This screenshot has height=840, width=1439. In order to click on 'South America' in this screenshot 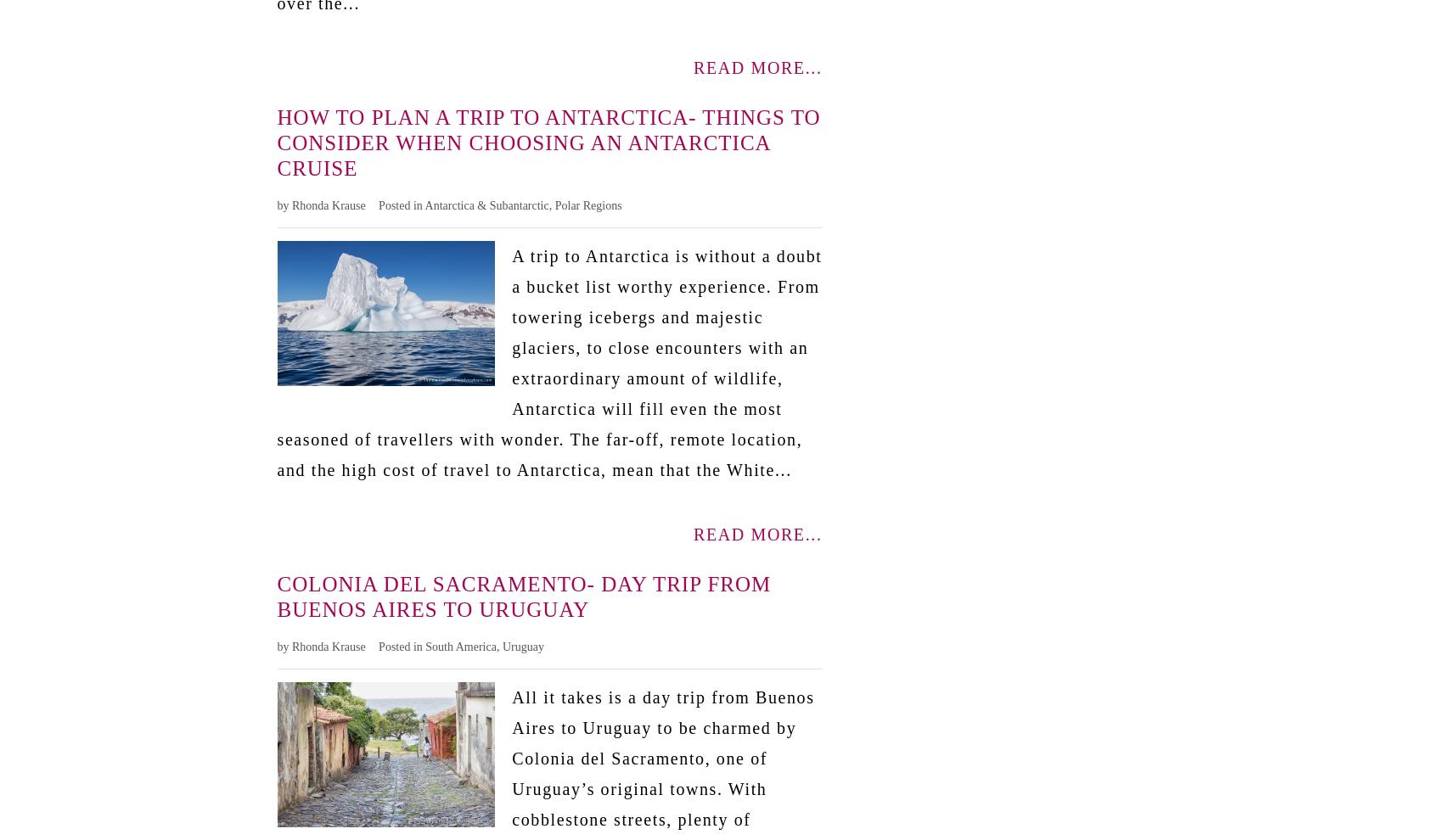, I will do `click(424, 646)`.